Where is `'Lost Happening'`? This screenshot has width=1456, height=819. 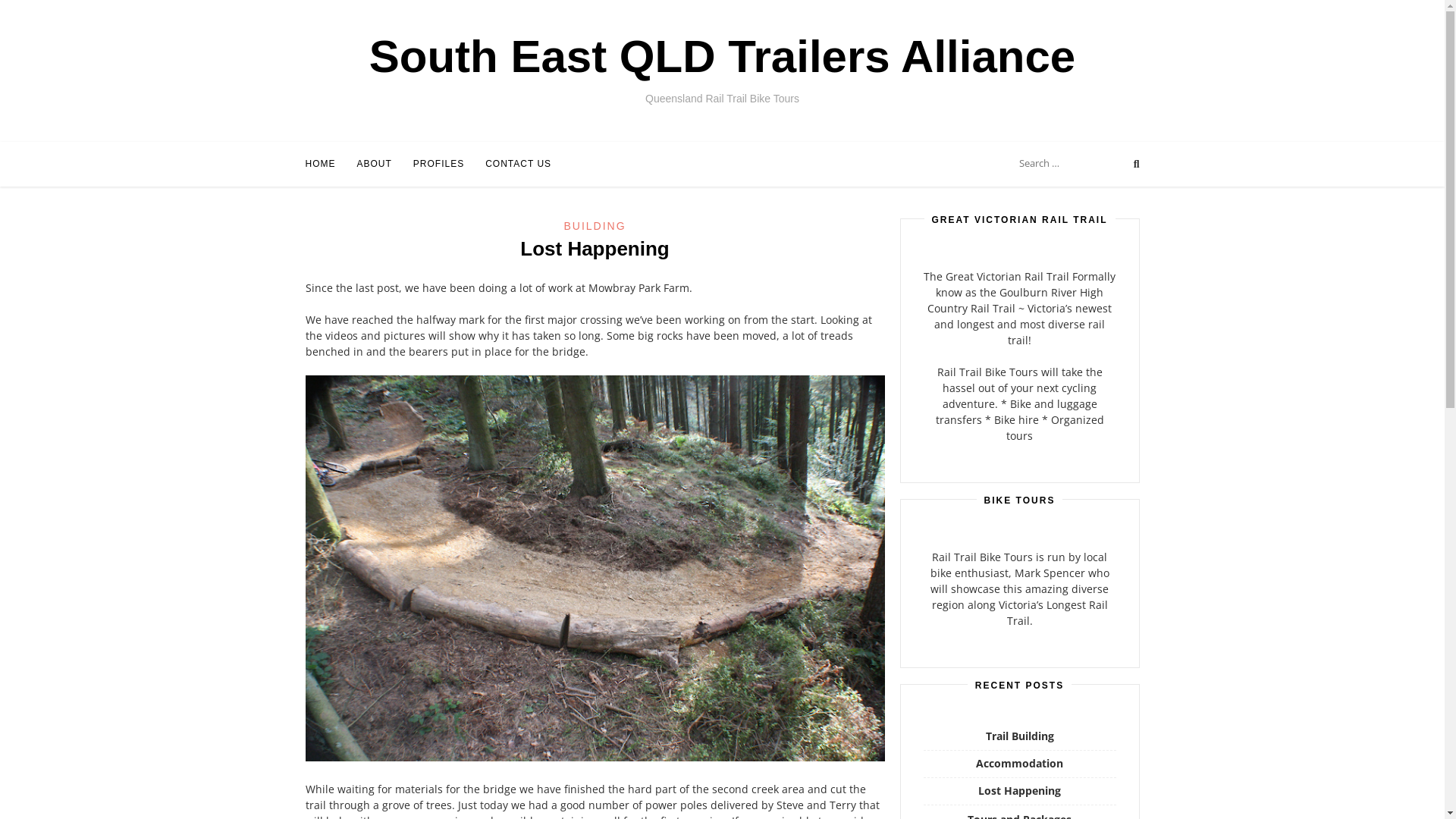
'Lost Happening' is located at coordinates (1019, 789).